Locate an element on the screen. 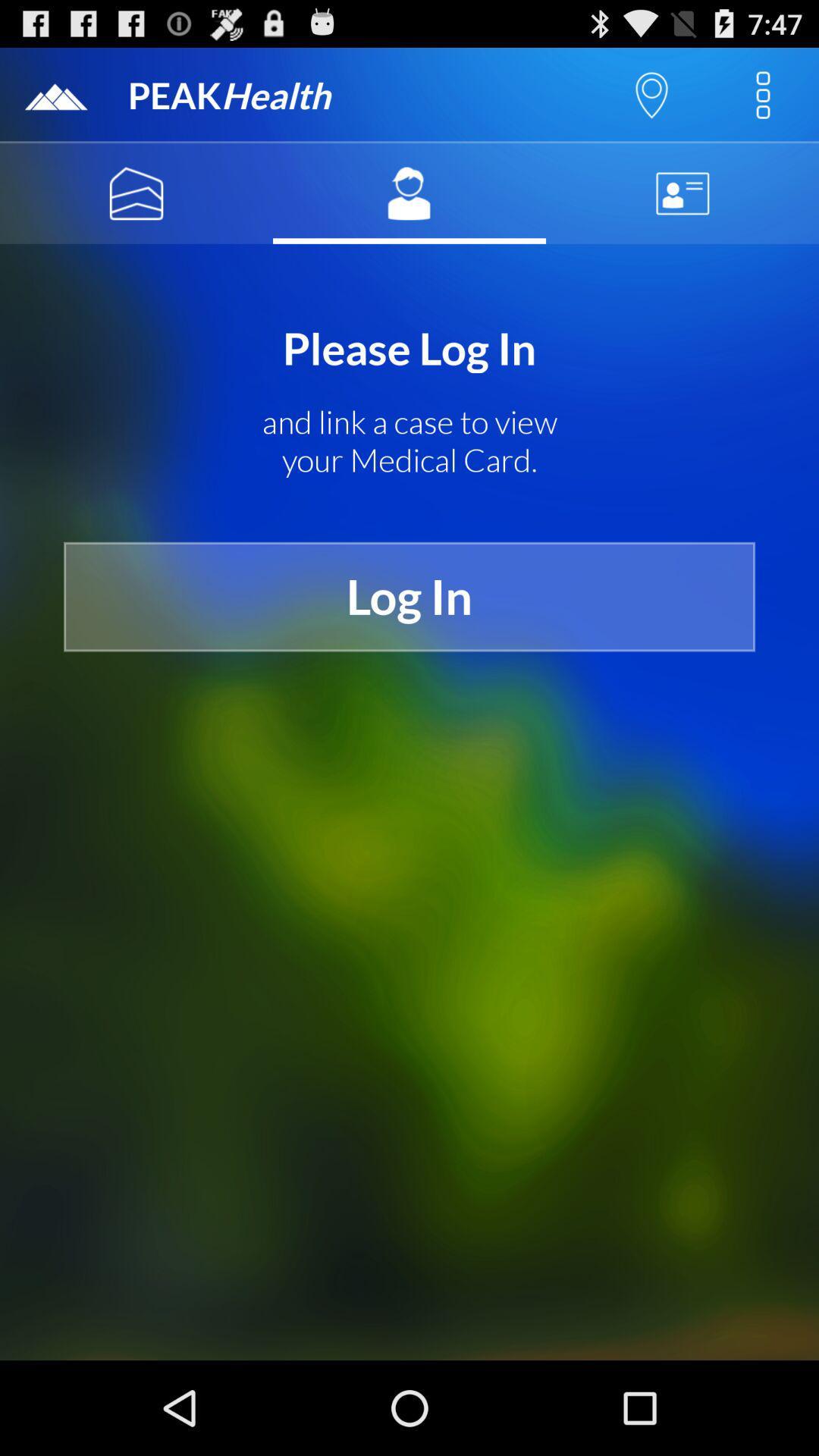 The width and height of the screenshot is (819, 1456). icon above the log in item is located at coordinates (409, 441).